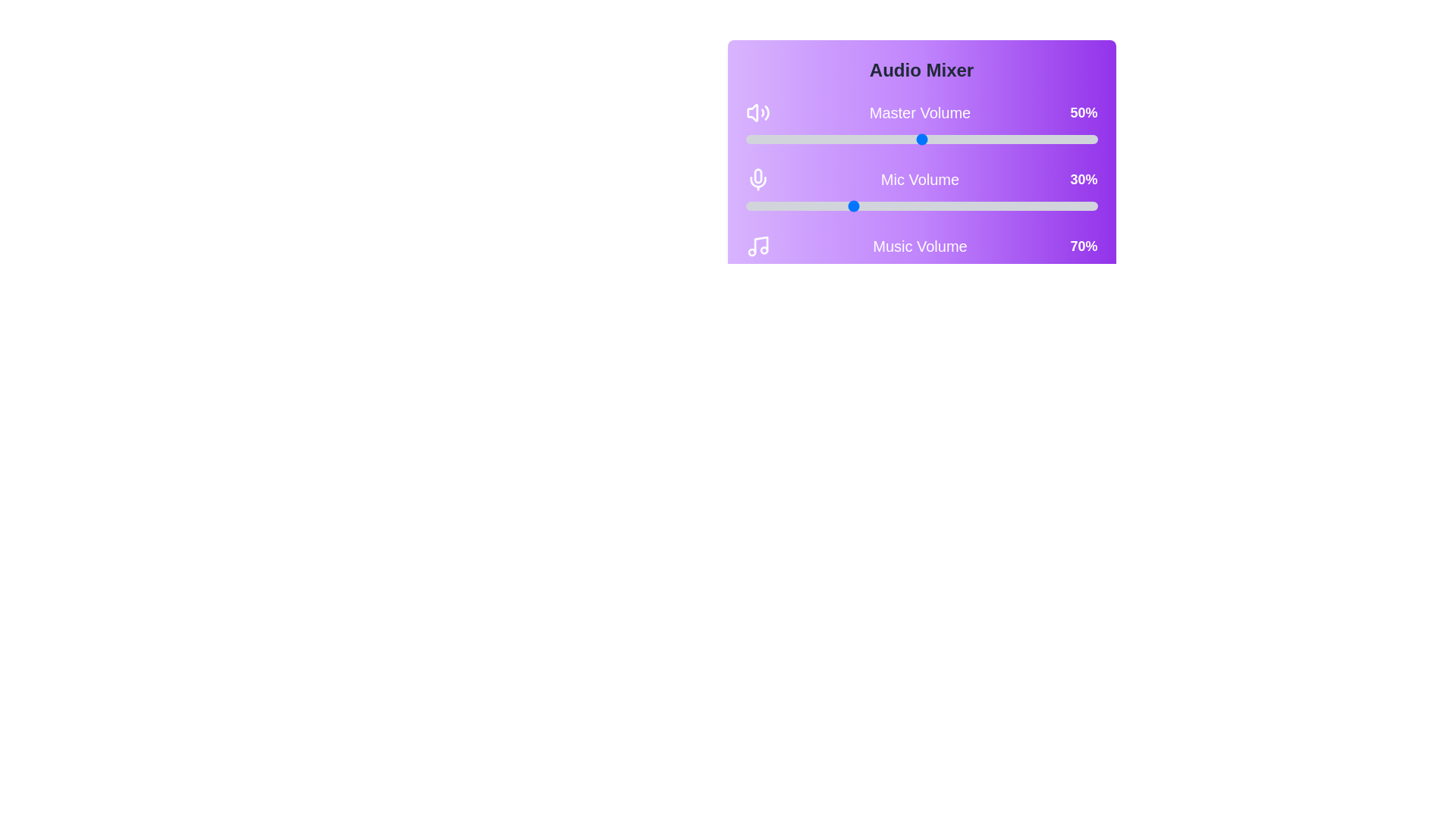 Image resolution: width=1456 pixels, height=819 pixels. What do you see at coordinates (760, 140) in the screenshot?
I see `the Master Volume slider` at bounding box center [760, 140].